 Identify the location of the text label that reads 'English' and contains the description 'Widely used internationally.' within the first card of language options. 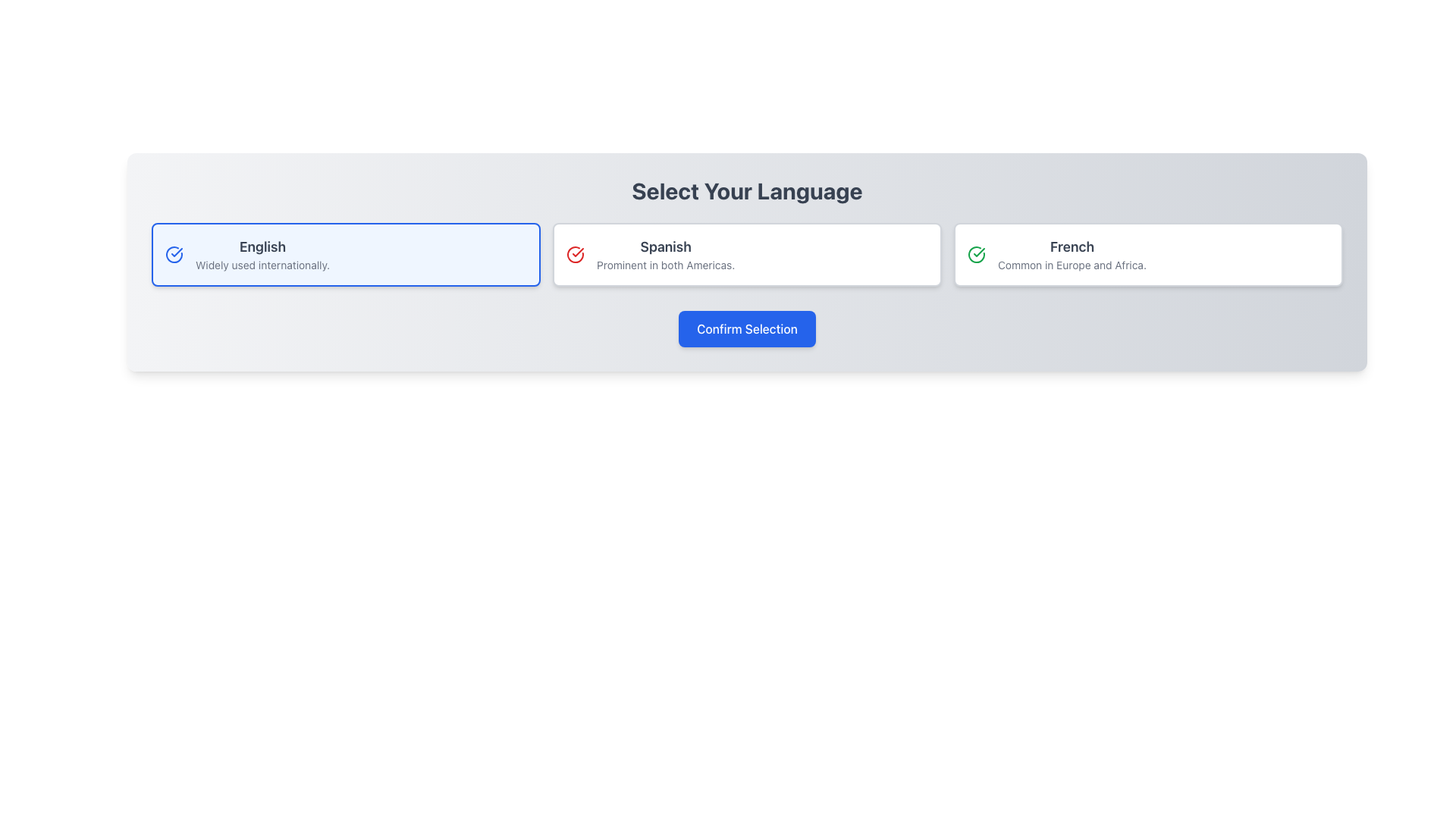
(262, 253).